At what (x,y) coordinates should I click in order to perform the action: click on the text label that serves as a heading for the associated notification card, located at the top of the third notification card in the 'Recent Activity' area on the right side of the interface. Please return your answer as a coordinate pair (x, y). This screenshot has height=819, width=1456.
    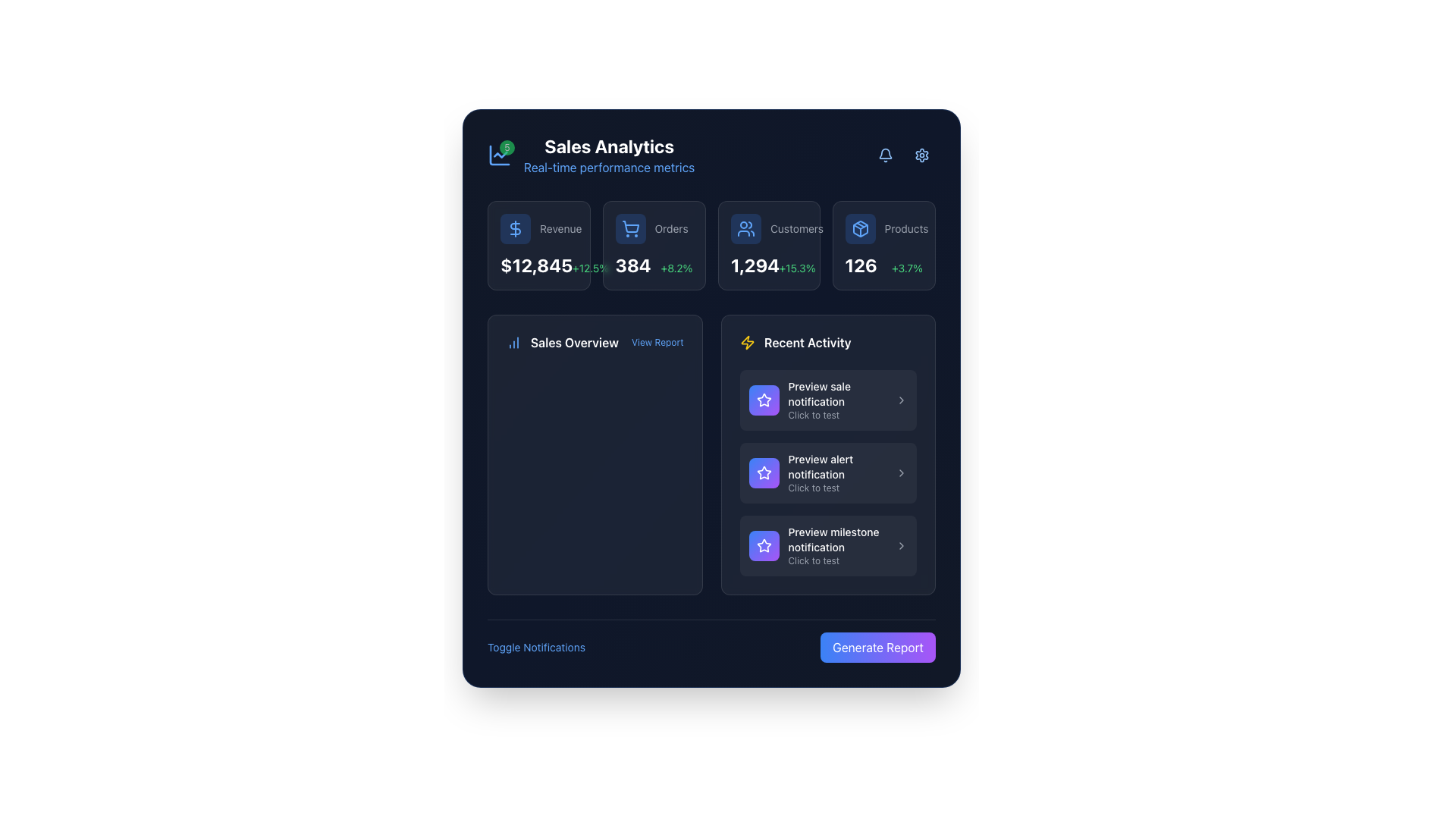
    Looking at the image, I should click on (836, 539).